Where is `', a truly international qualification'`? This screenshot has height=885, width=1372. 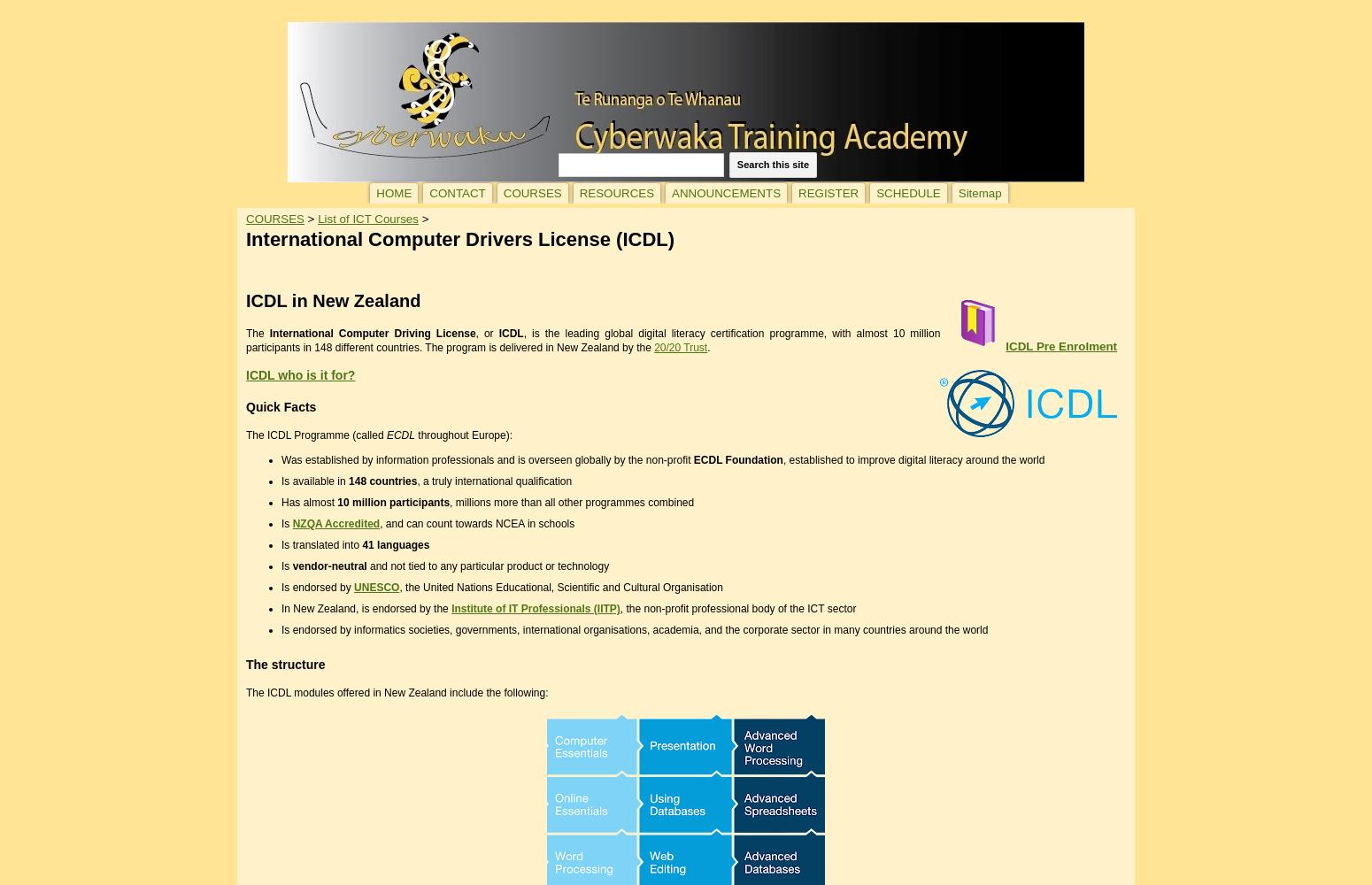 ', a truly international qualification' is located at coordinates (494, 481).